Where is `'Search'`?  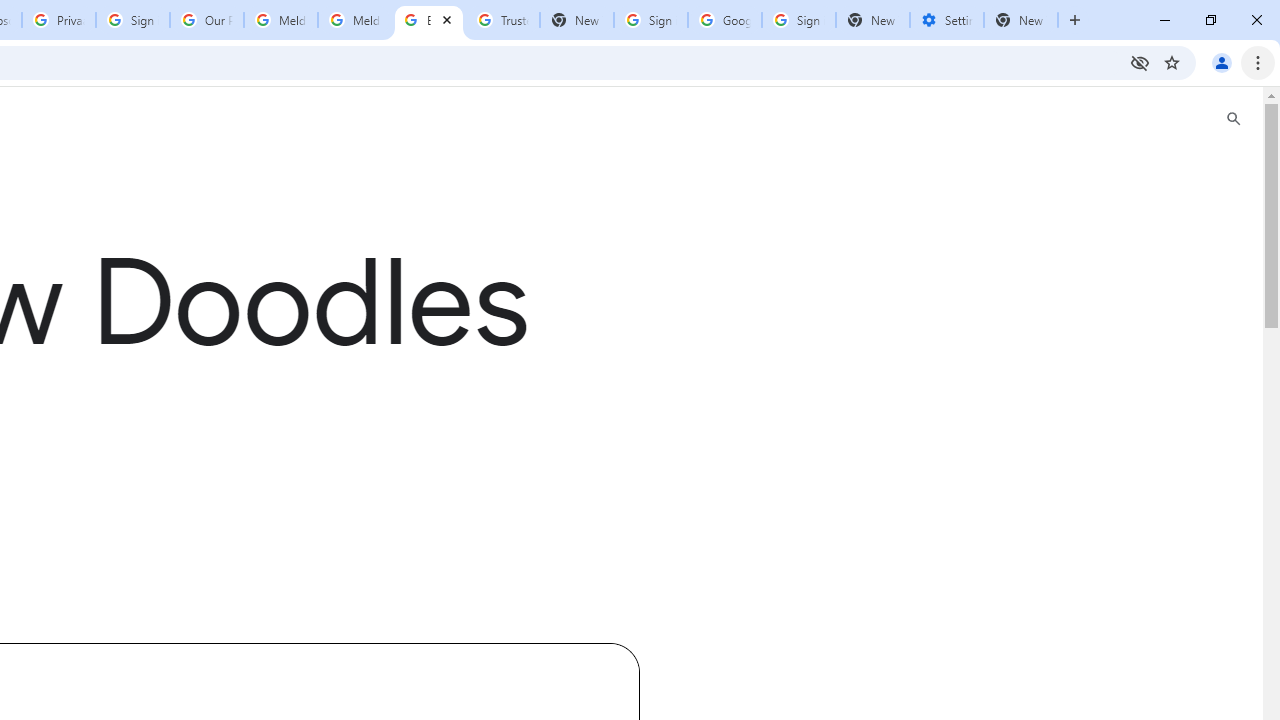
'Search' is located at coordinates (1232, 119).